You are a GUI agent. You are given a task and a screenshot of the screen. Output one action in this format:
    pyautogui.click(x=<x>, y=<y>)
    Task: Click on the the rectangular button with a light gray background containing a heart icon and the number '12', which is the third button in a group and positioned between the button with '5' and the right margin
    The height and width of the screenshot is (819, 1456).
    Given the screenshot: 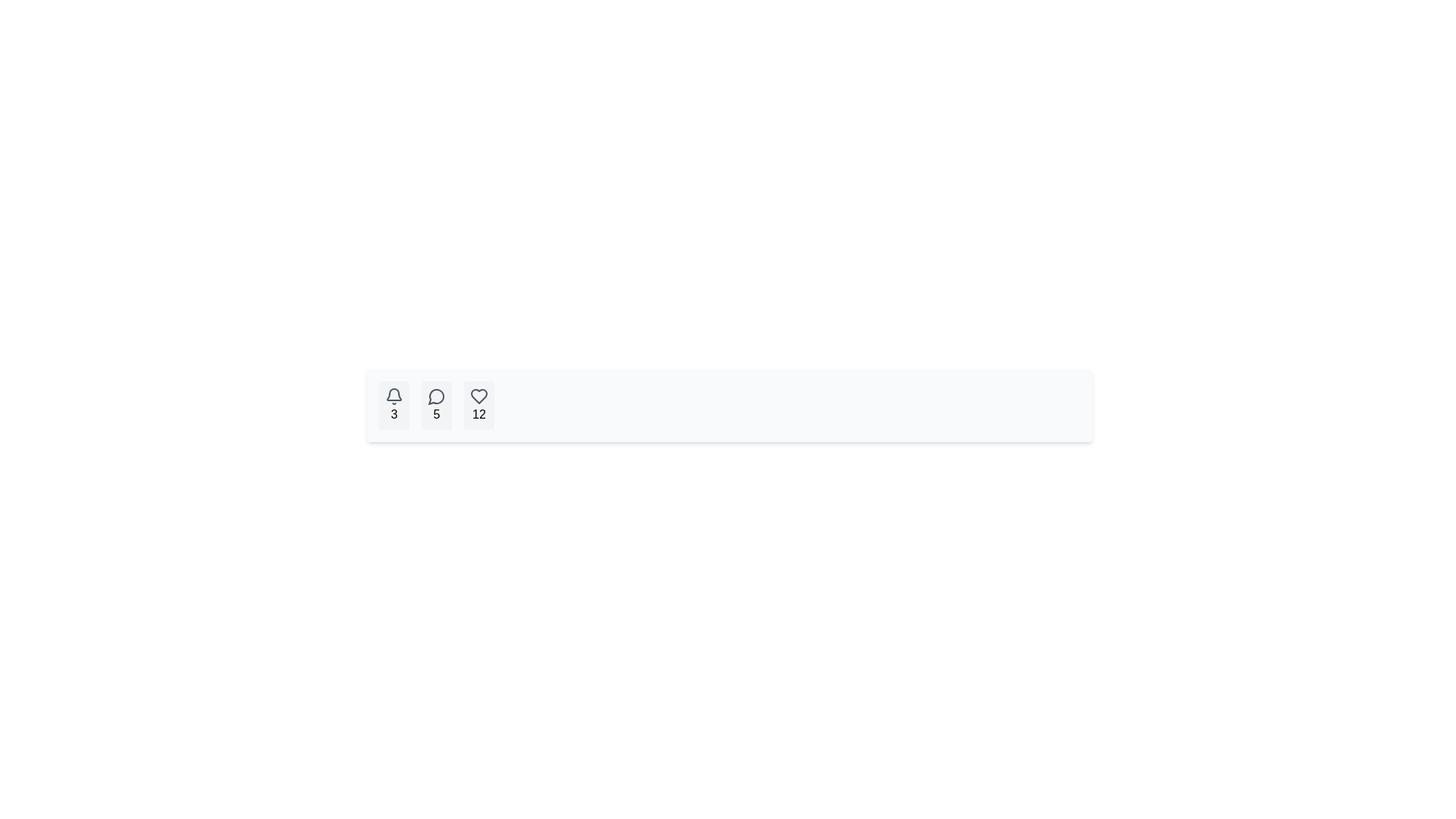 What is the action you would take?
    pyautogui.click(x=479, y=405)
    